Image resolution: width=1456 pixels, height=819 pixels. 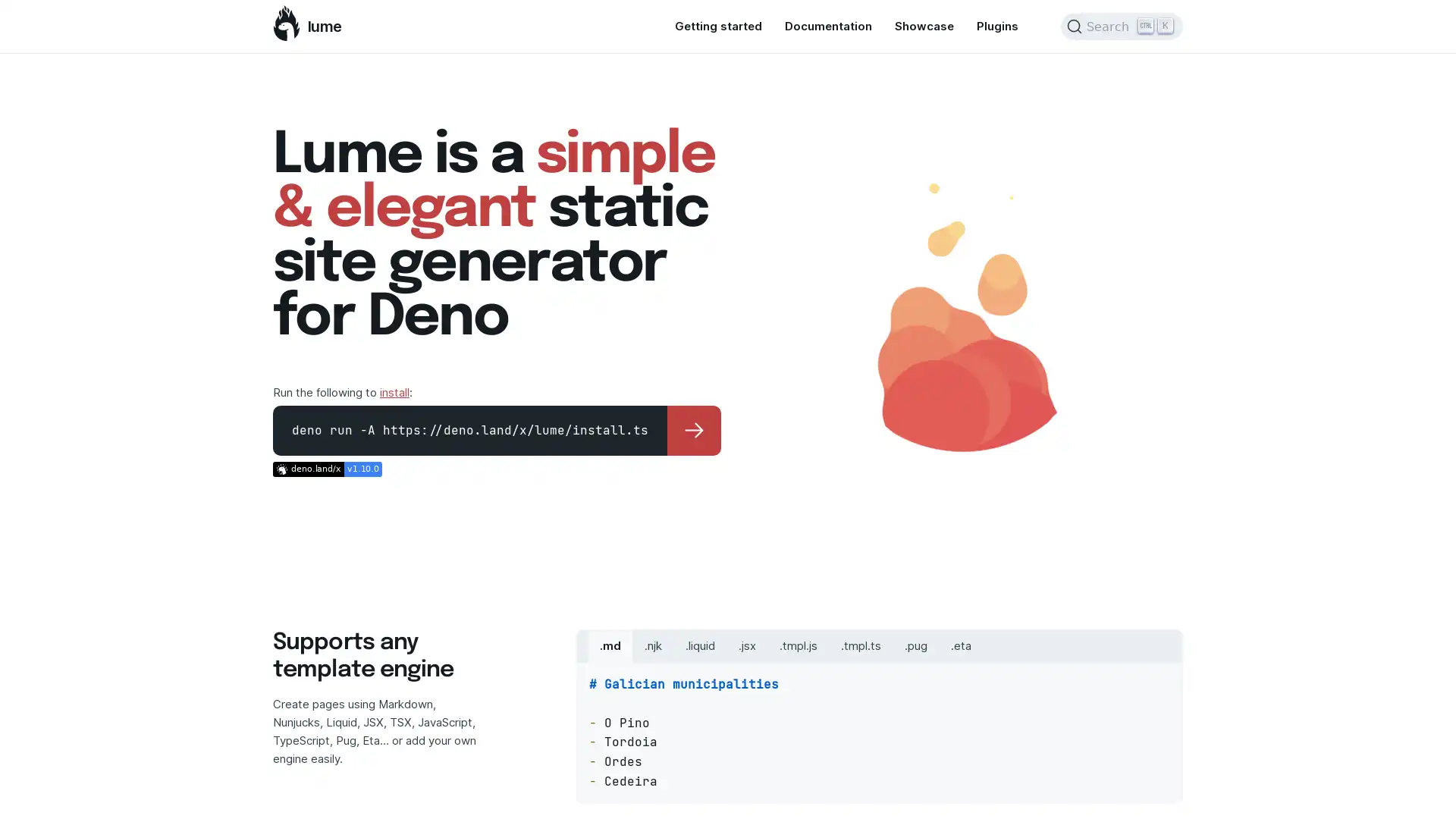 What do you see at coordinates (610, 645) in the screenshot?
I see `.md` at bounding box center [610, 645].